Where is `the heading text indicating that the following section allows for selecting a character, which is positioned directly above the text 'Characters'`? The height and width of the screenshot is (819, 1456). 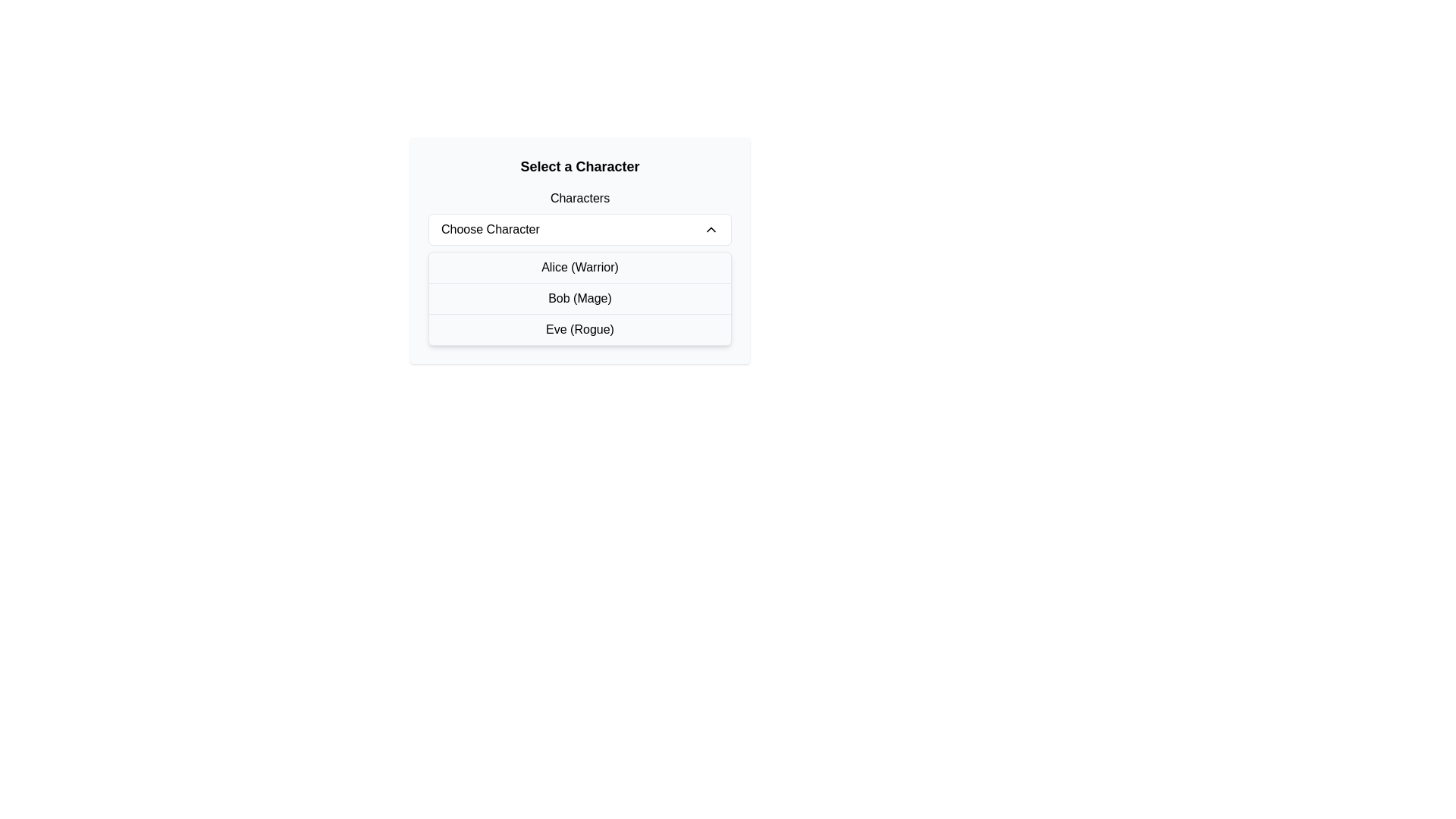 the heading text indicating that the following section allows for selecting a character, which is positioned directly above the text 'Characters' is located at coordinates (579, 166).